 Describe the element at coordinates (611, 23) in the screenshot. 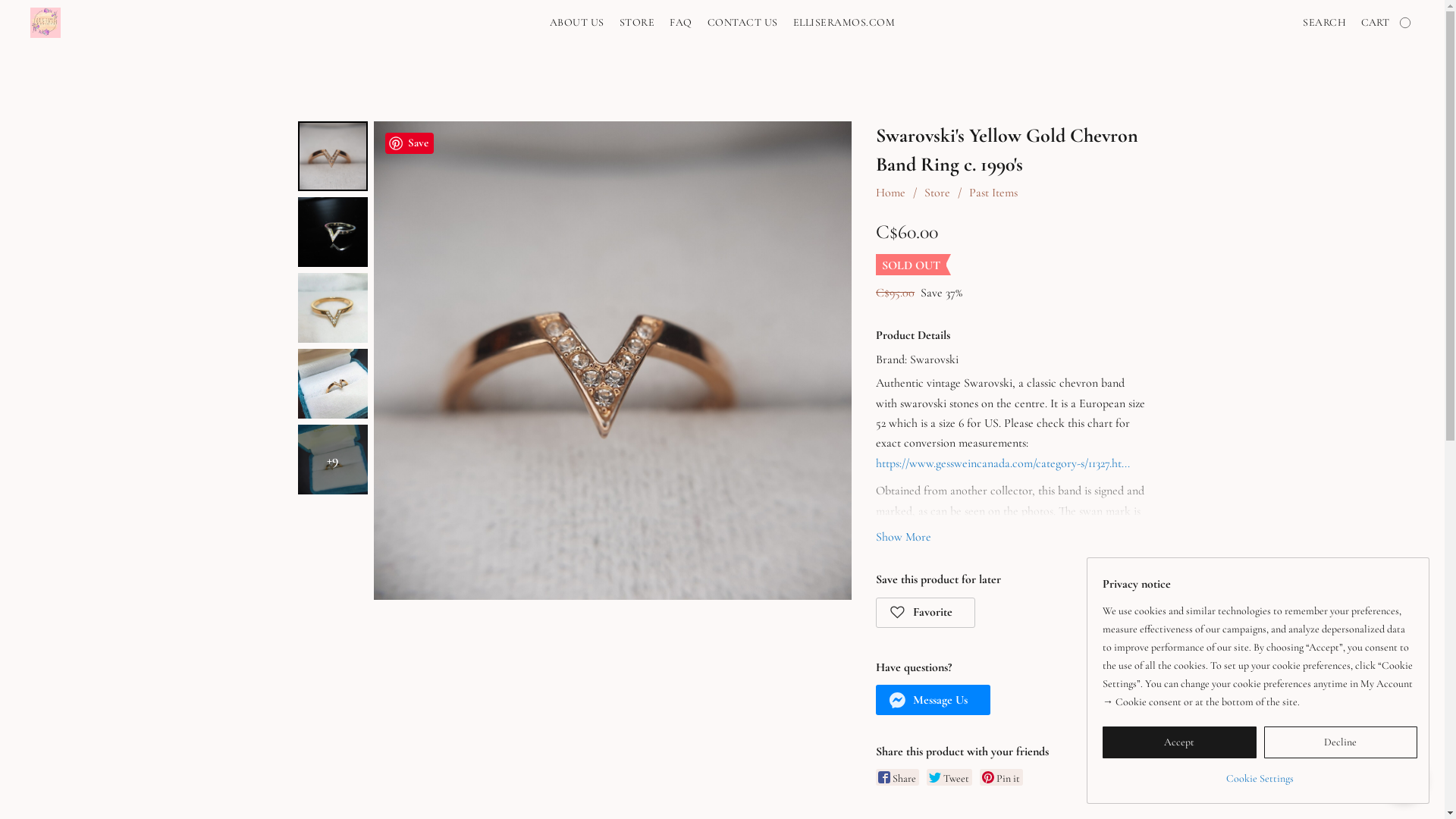

I see `'STORE'` at that location.